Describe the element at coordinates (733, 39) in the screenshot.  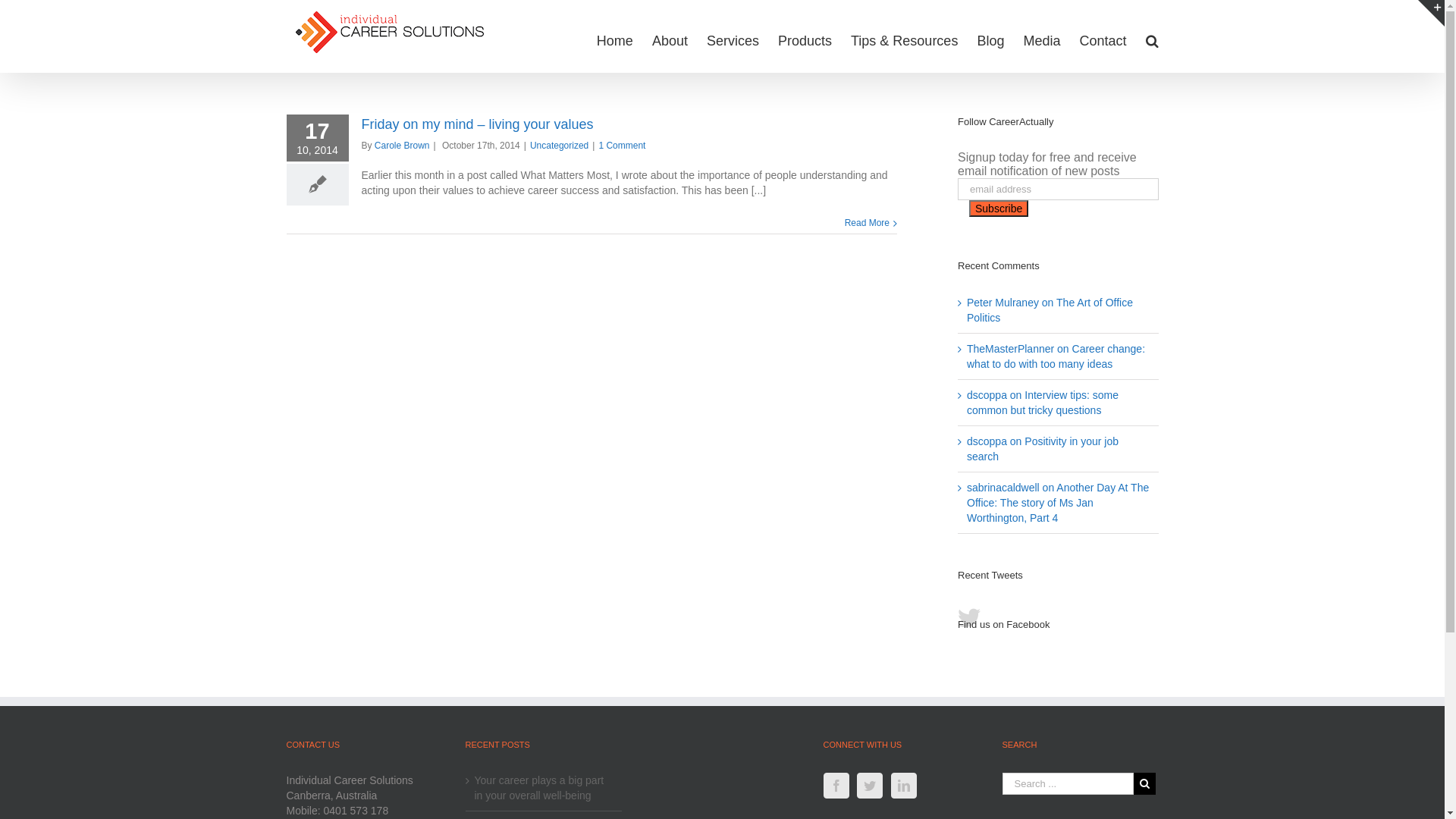
I see `'Services'` at that location.